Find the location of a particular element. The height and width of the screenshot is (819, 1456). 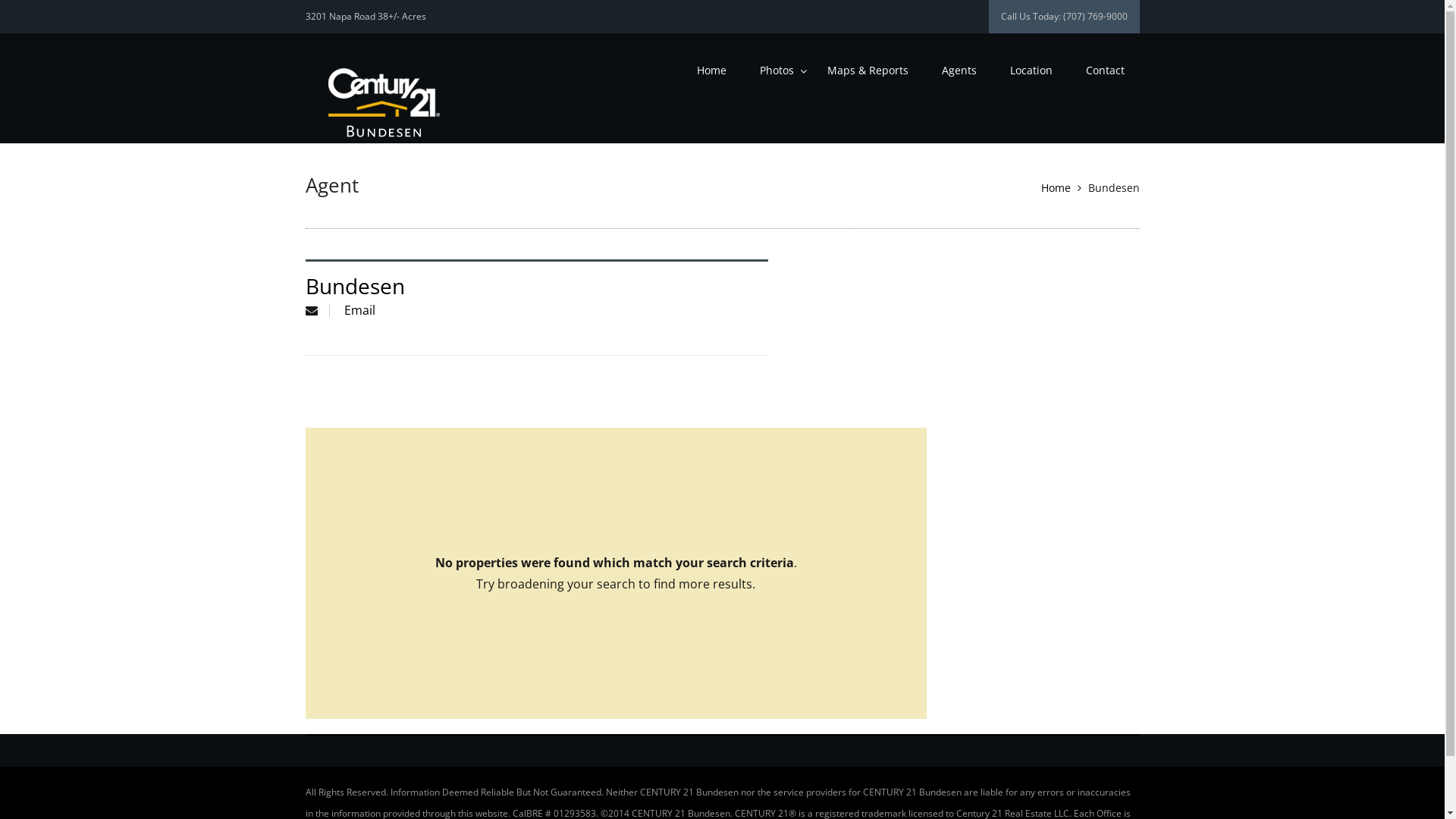

'Home' is located at coordinates (710, 70).